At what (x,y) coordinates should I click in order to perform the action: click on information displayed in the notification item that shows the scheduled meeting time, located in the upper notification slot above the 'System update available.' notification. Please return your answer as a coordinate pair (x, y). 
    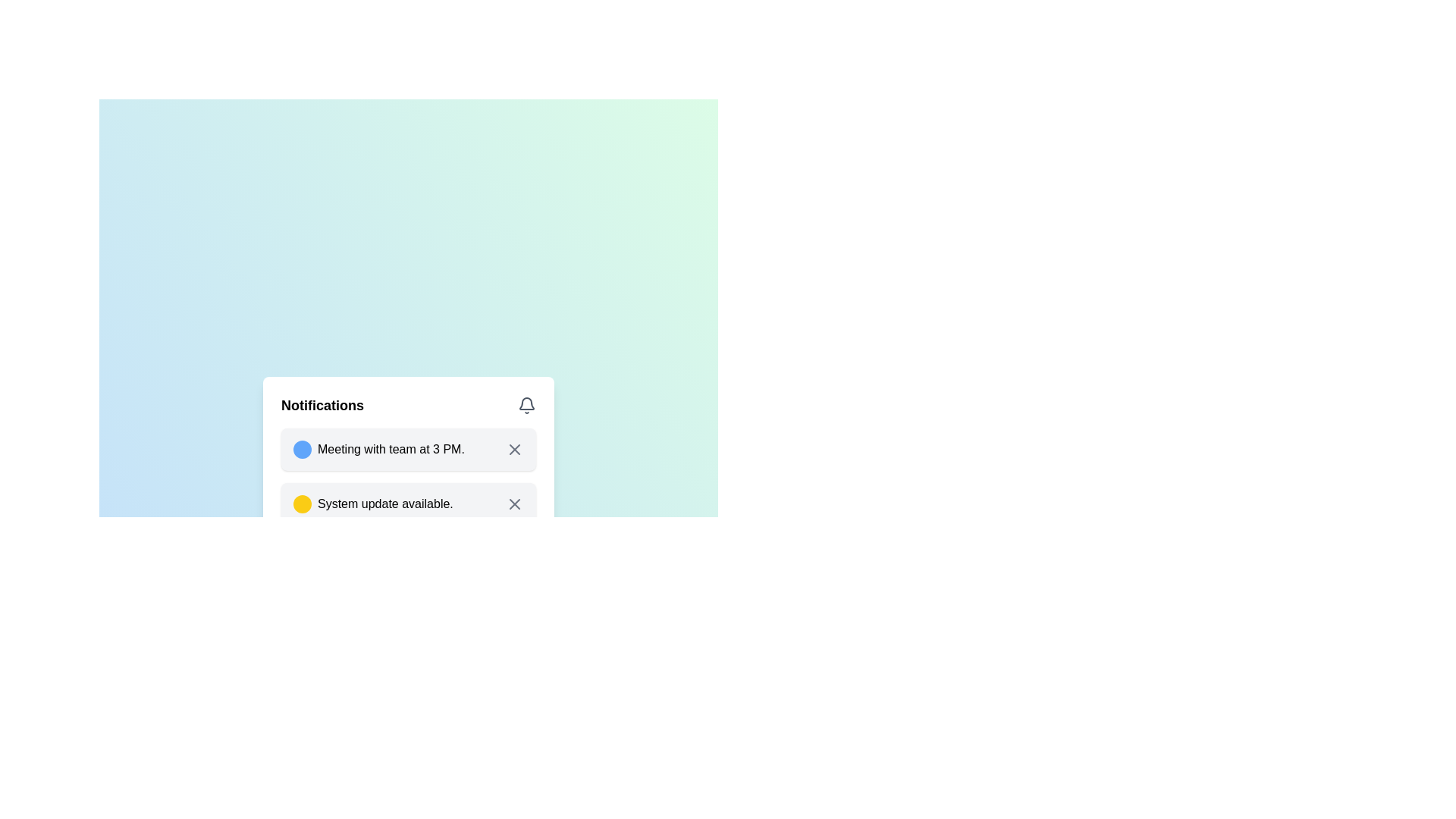
    Looking at the image, I should click on (378, 449).